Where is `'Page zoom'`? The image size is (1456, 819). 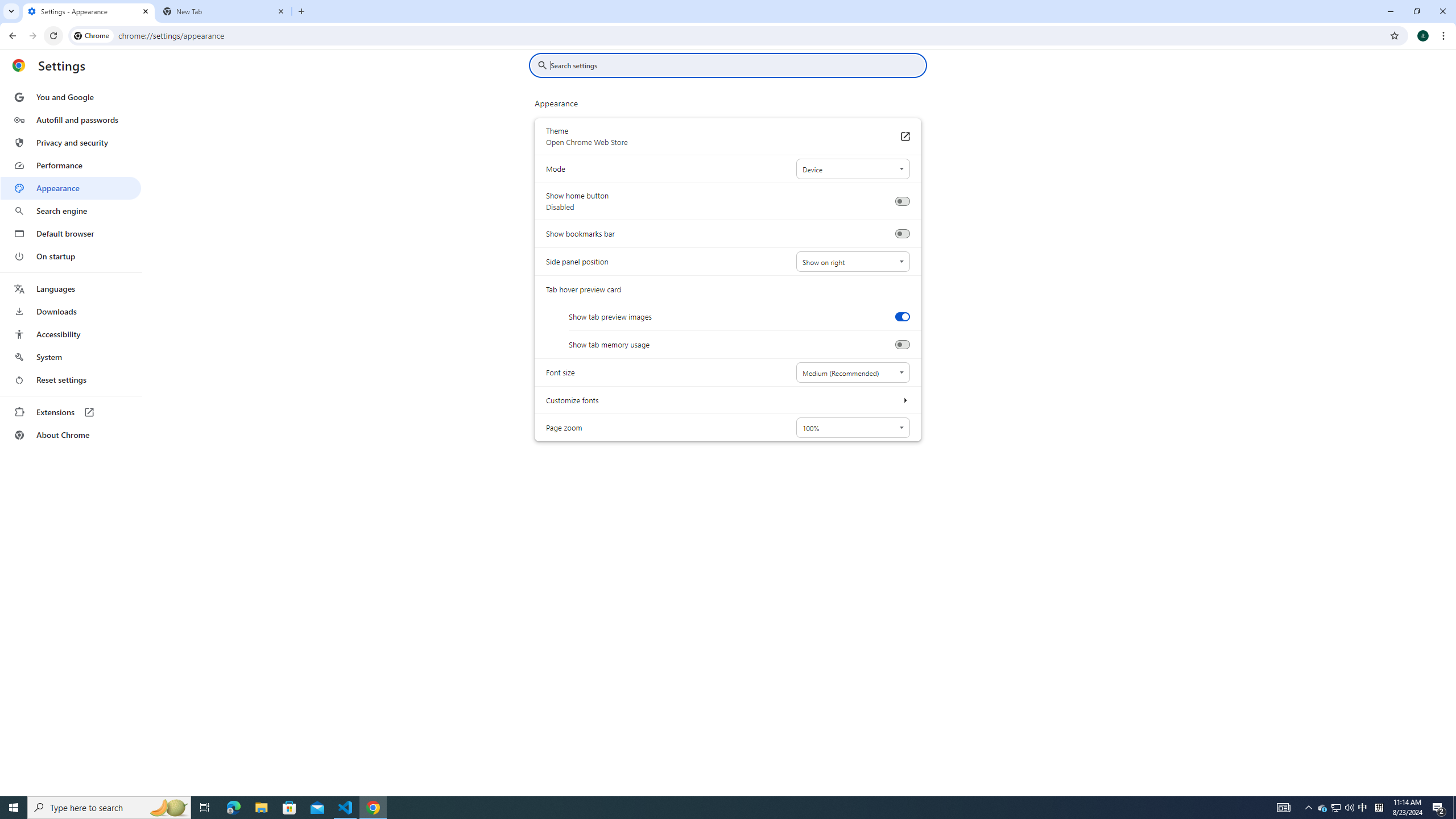 'Page zoom' is located at coordinates (851, 427).